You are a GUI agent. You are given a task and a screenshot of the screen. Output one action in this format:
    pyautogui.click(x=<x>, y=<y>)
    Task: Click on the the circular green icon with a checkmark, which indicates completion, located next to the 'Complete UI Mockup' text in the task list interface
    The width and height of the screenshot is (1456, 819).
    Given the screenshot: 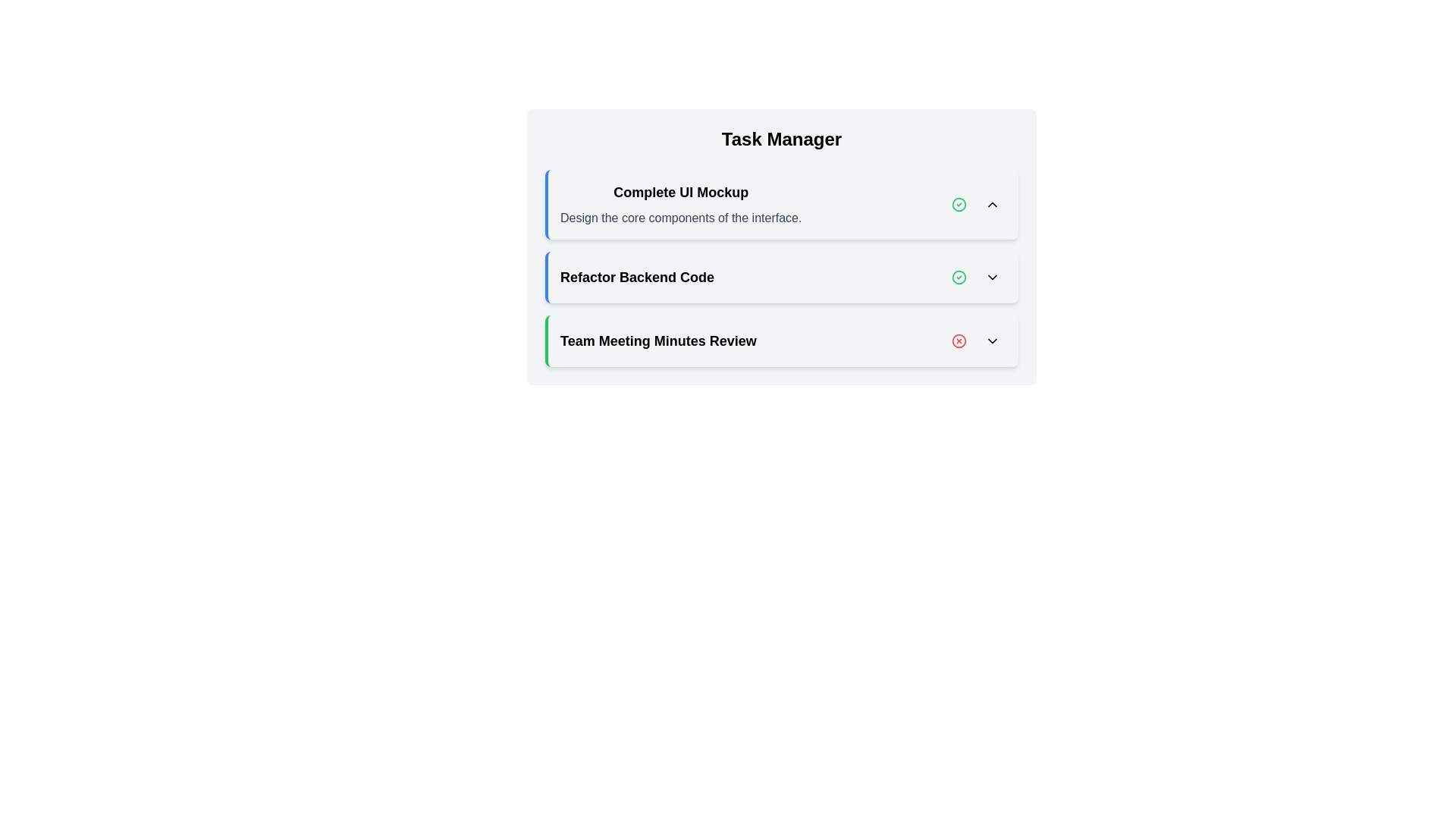 What is the action you would take?
    pyautogui.click(x=959, y=205)
    